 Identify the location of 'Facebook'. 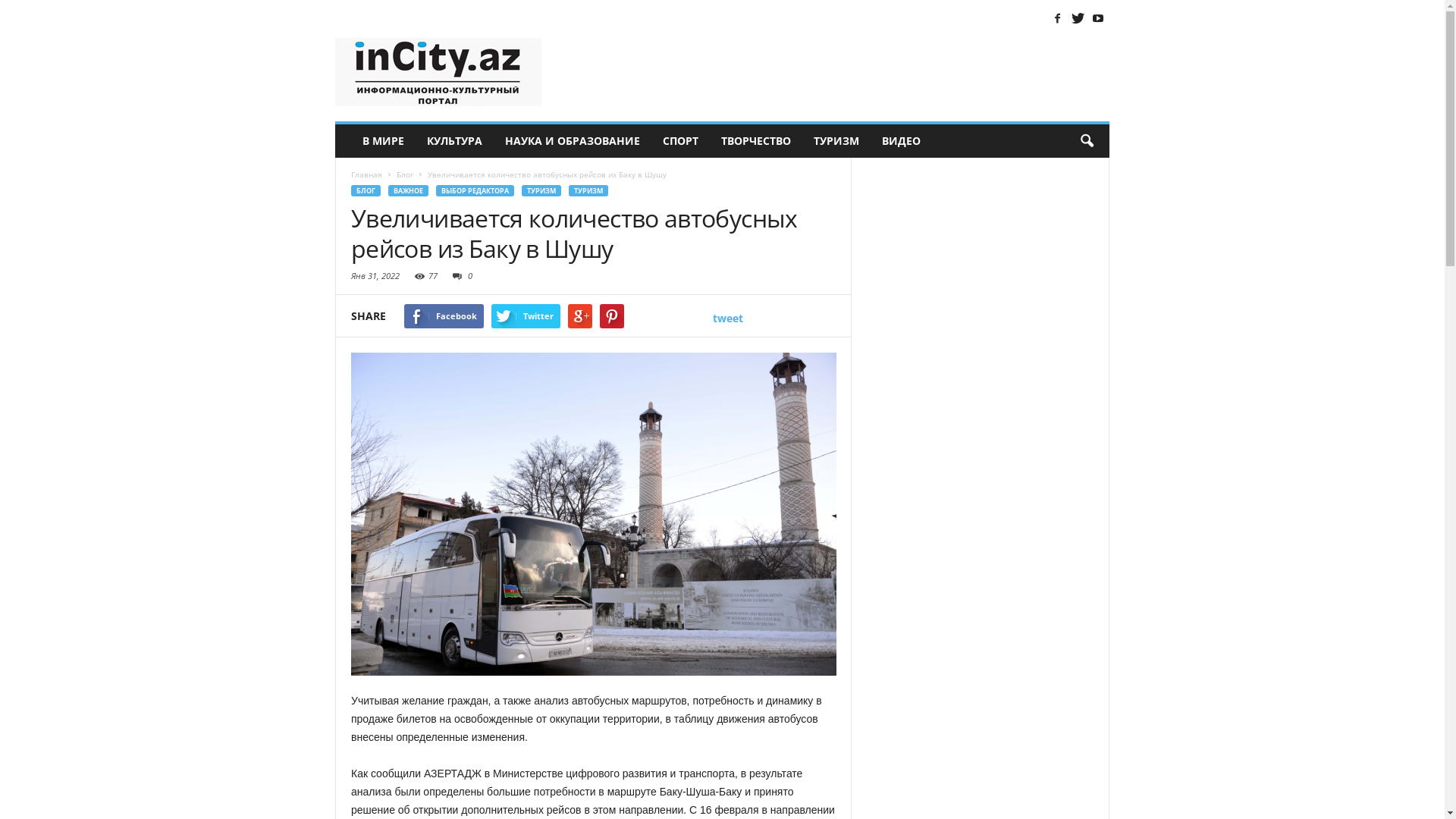
(1056, 17).